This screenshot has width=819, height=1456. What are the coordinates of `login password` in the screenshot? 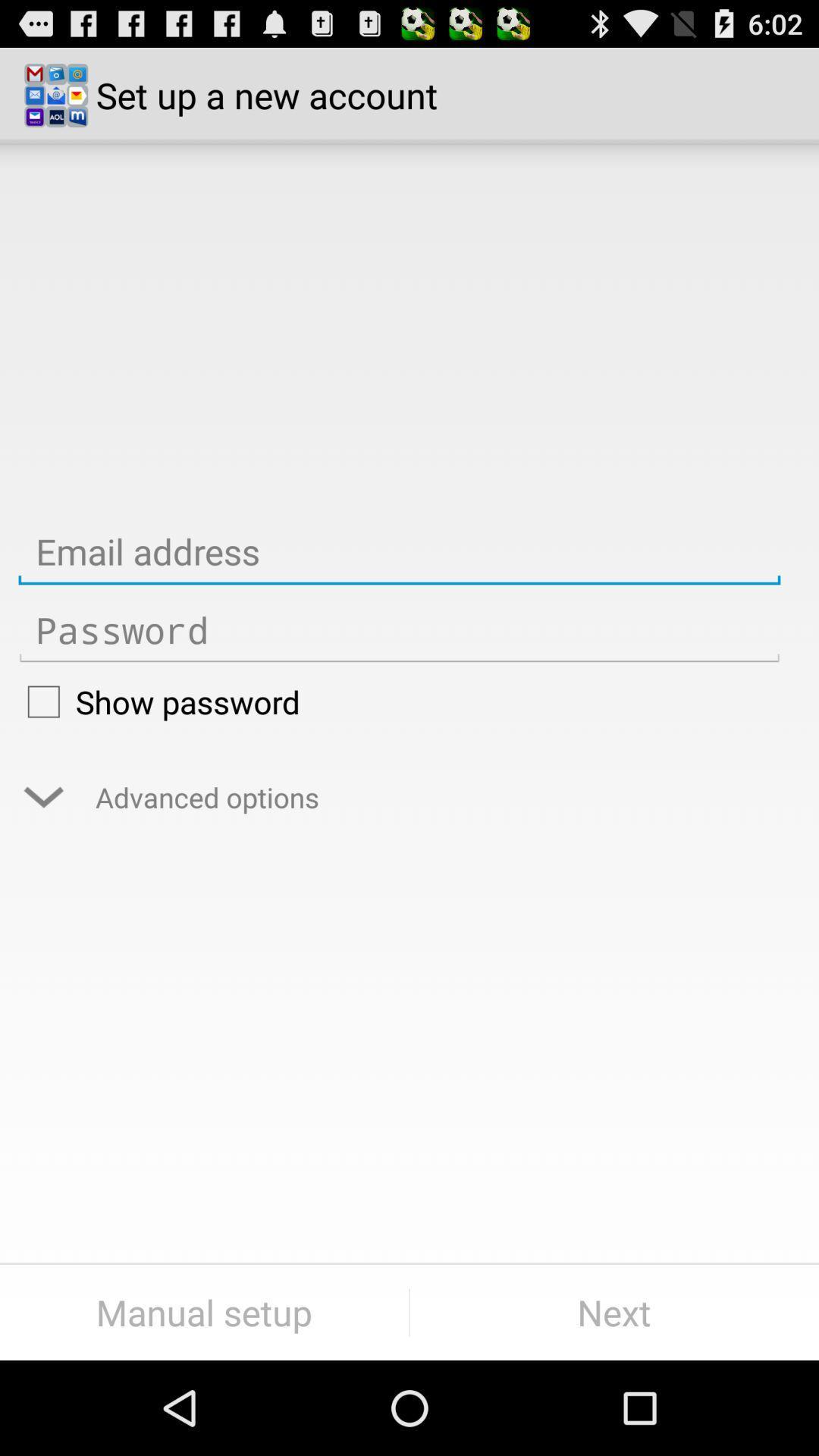 It's located at (398, 630).